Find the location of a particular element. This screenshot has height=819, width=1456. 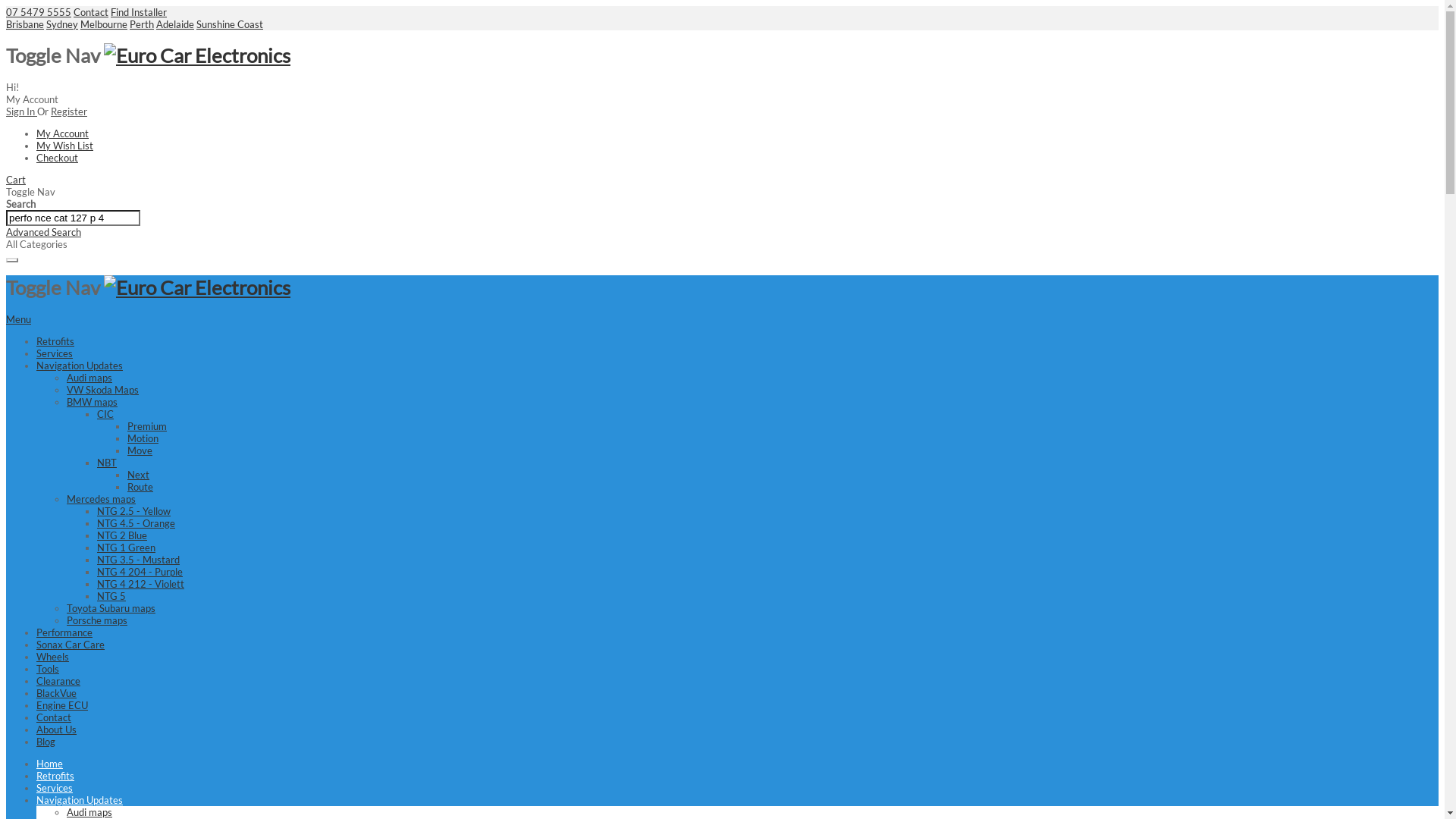

'Toyota Subaru maps' is located at coordinates (110, 607).